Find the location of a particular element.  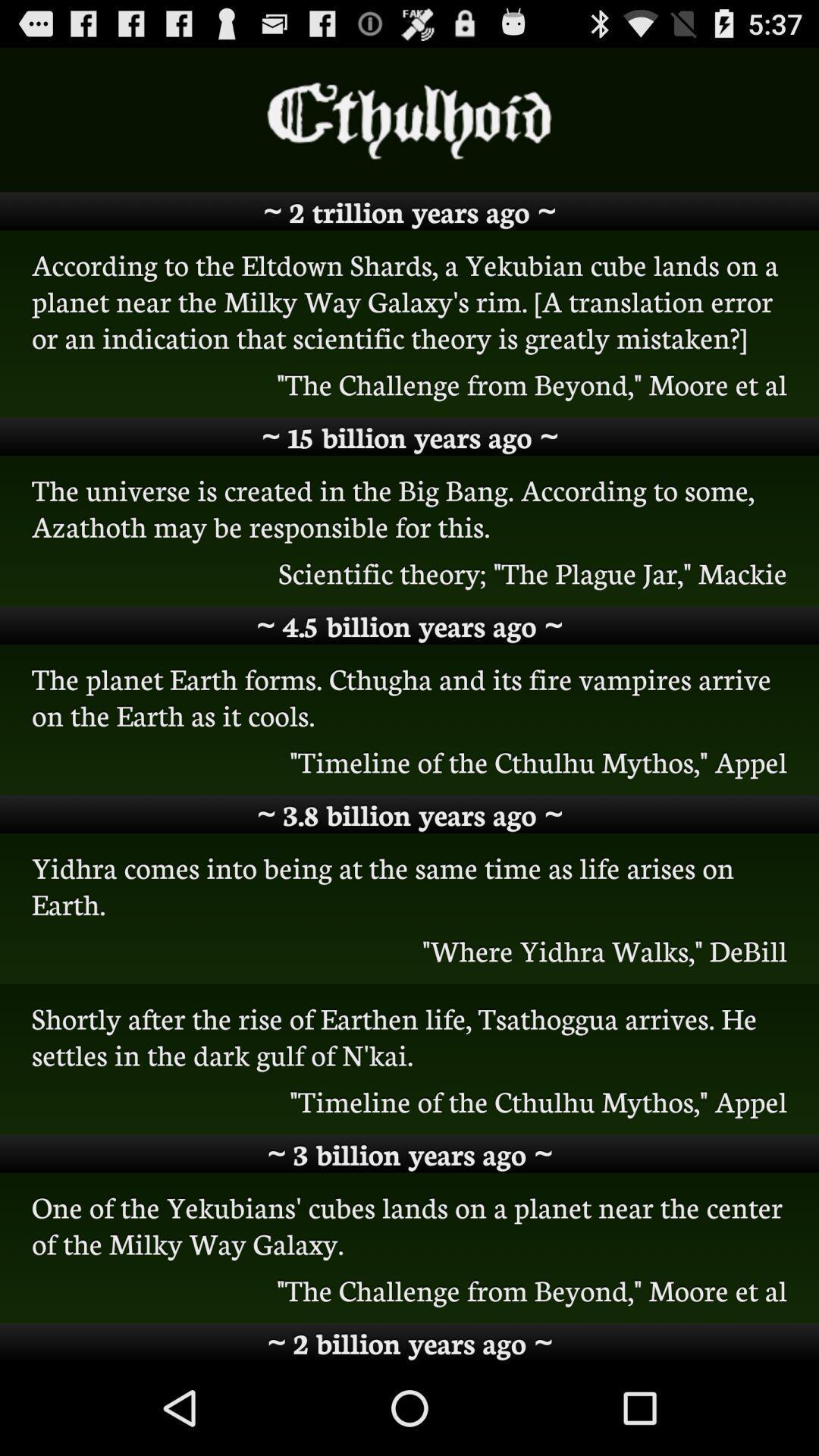

3 8 billion is located at coordinates (409, 814).